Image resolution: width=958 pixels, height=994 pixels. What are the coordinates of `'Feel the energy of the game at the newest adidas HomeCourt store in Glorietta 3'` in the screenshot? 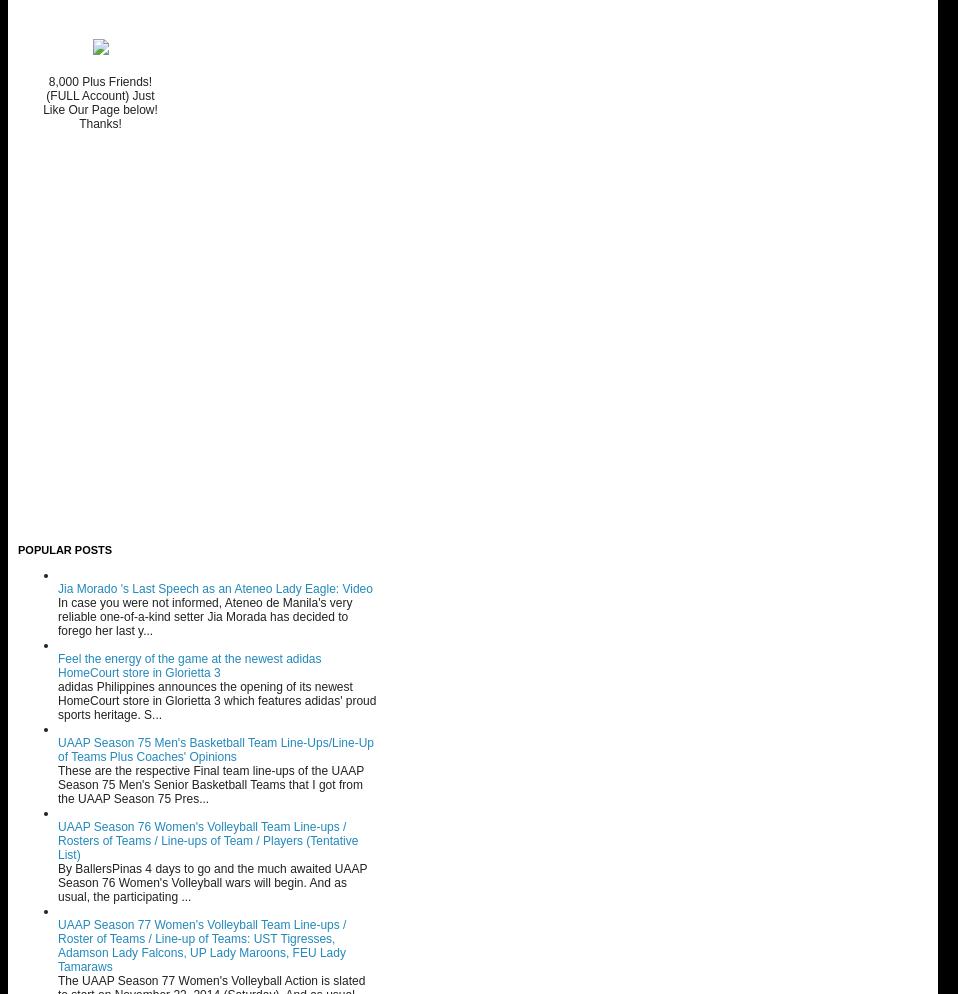 It's located at (56, 665).